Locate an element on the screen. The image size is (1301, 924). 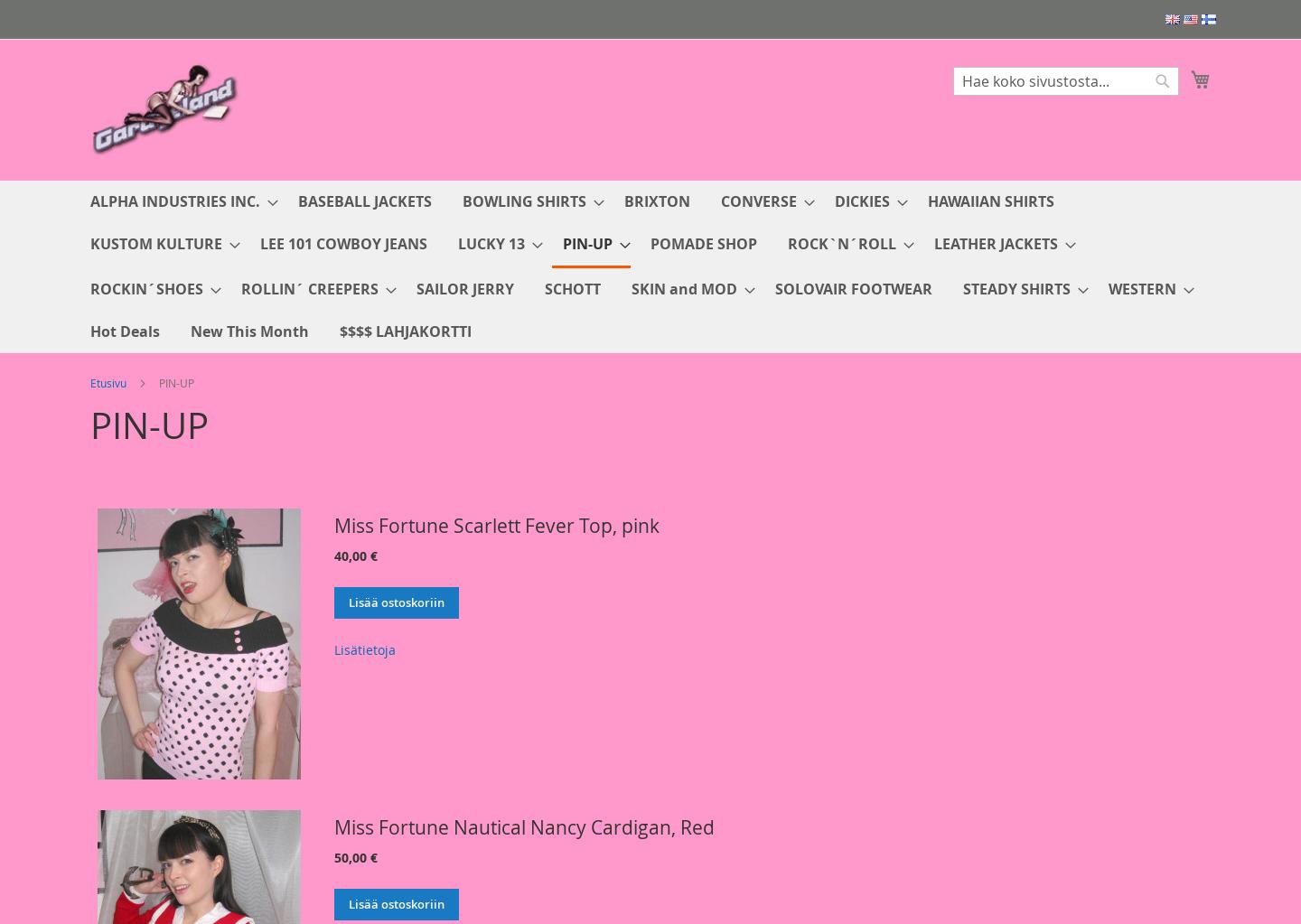
'BRIXTON' is located at coordinates (656, 201).